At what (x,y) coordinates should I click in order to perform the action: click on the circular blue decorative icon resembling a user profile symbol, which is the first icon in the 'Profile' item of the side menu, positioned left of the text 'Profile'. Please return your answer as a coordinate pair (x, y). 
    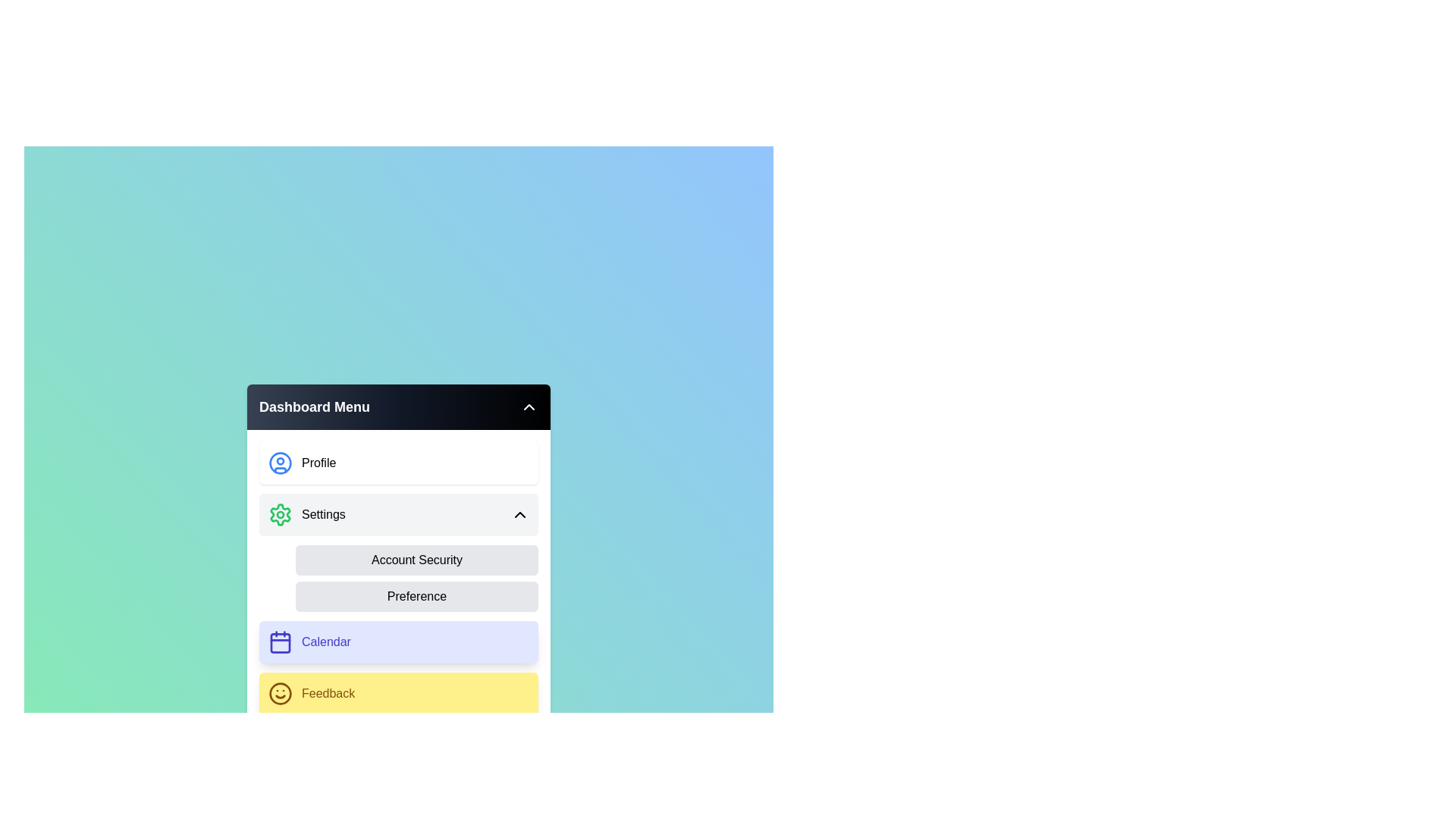
    Looking at the image, I should click on (280, 462).